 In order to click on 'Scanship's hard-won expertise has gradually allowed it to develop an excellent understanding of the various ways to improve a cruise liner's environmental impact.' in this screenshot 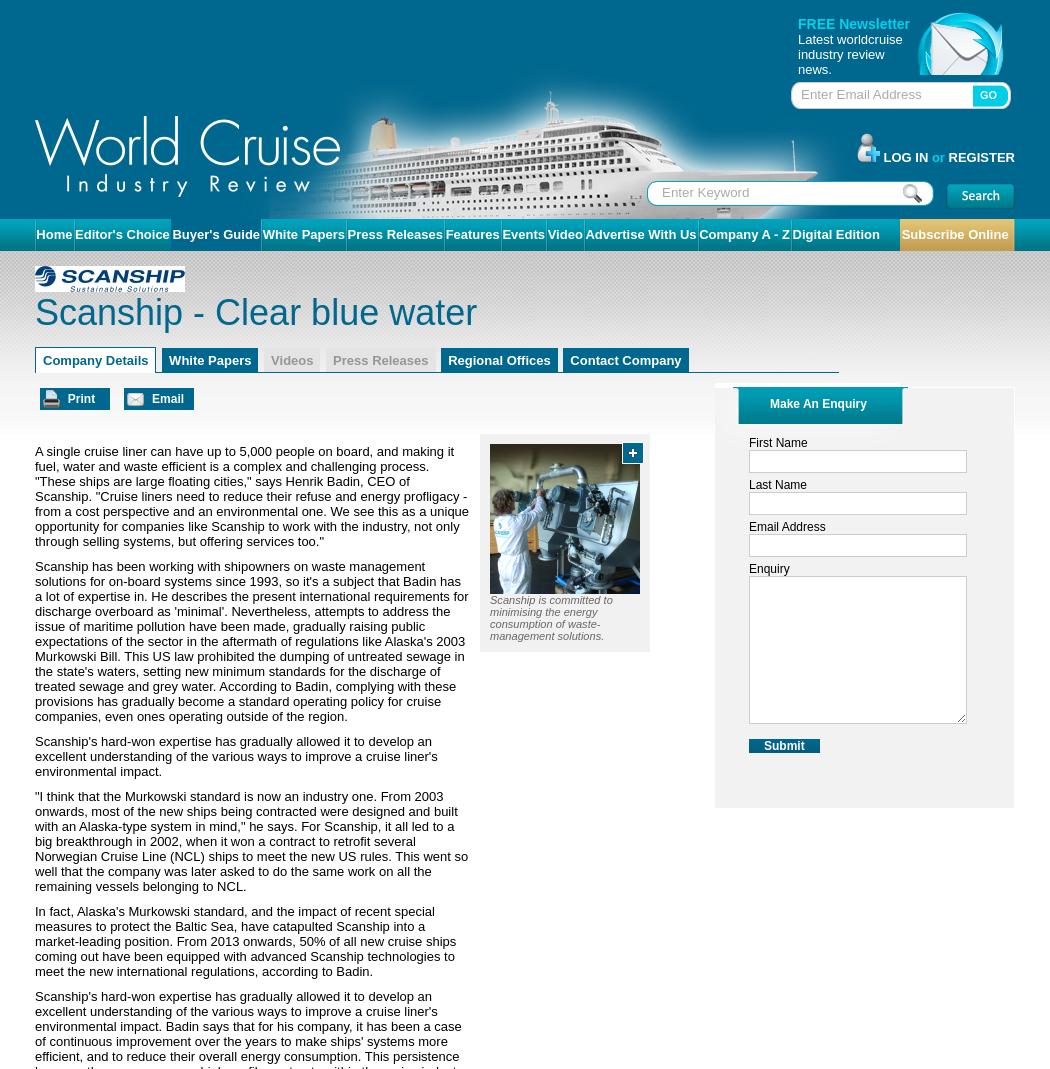, I will do `click(34, 756)`.